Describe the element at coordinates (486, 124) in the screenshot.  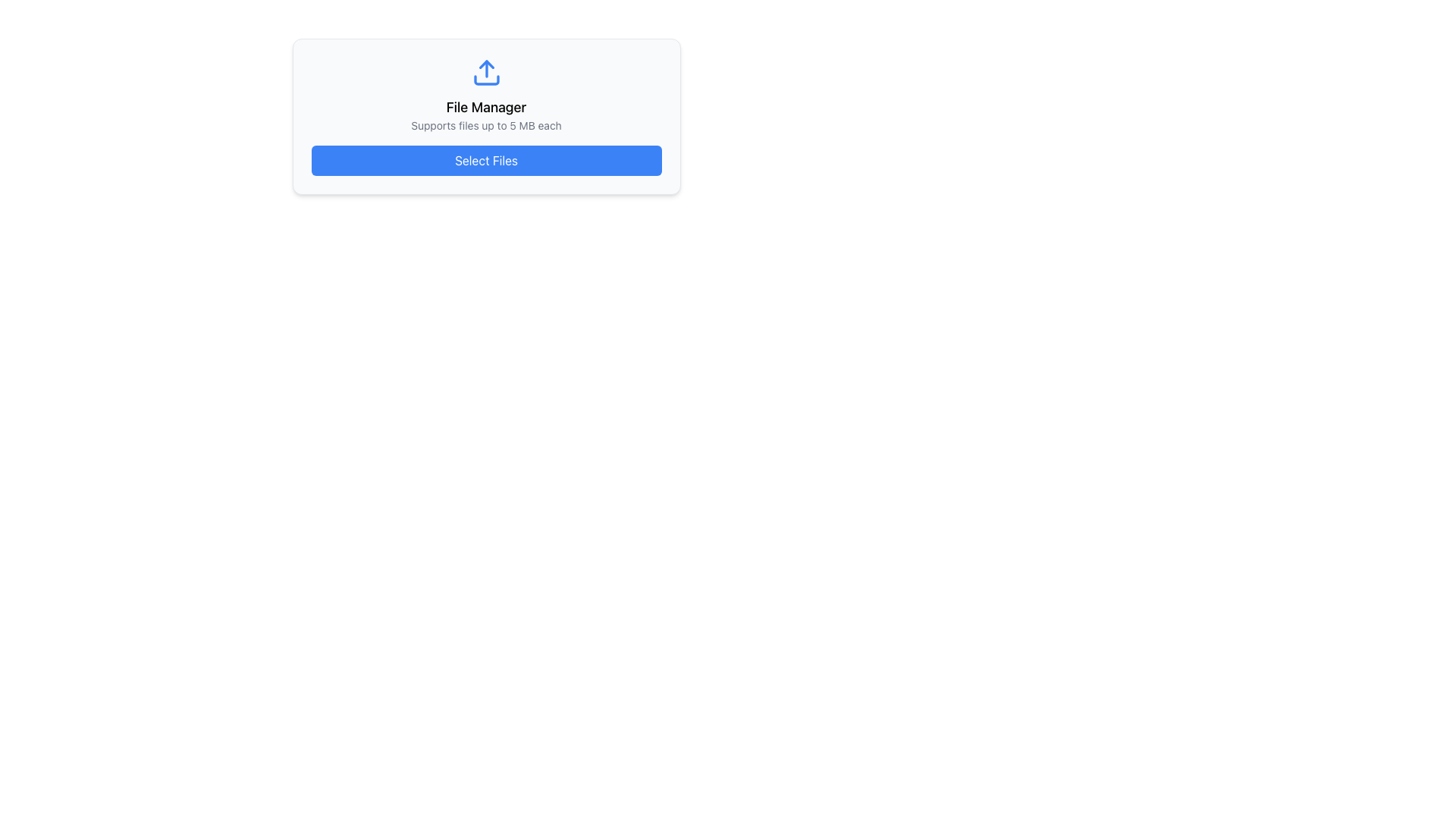
I see `the text label that says 'Supports files up to 5 MB each', which is located below the 'File Manager' label and above the 'Select Files' button` at that location.